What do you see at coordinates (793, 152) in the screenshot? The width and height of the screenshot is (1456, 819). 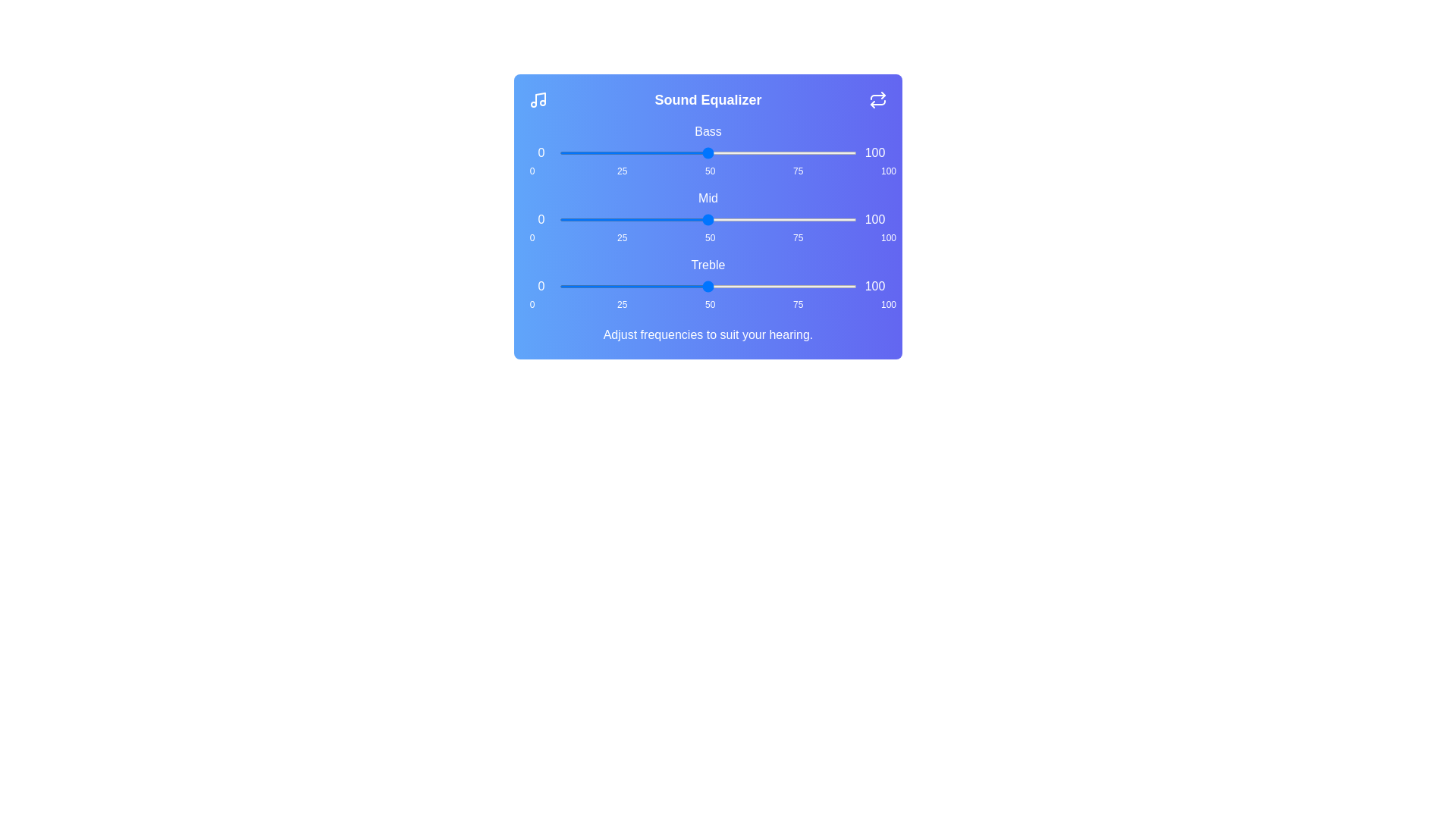 I see `the bass slider to 79%` at bounding box center [793, 152].